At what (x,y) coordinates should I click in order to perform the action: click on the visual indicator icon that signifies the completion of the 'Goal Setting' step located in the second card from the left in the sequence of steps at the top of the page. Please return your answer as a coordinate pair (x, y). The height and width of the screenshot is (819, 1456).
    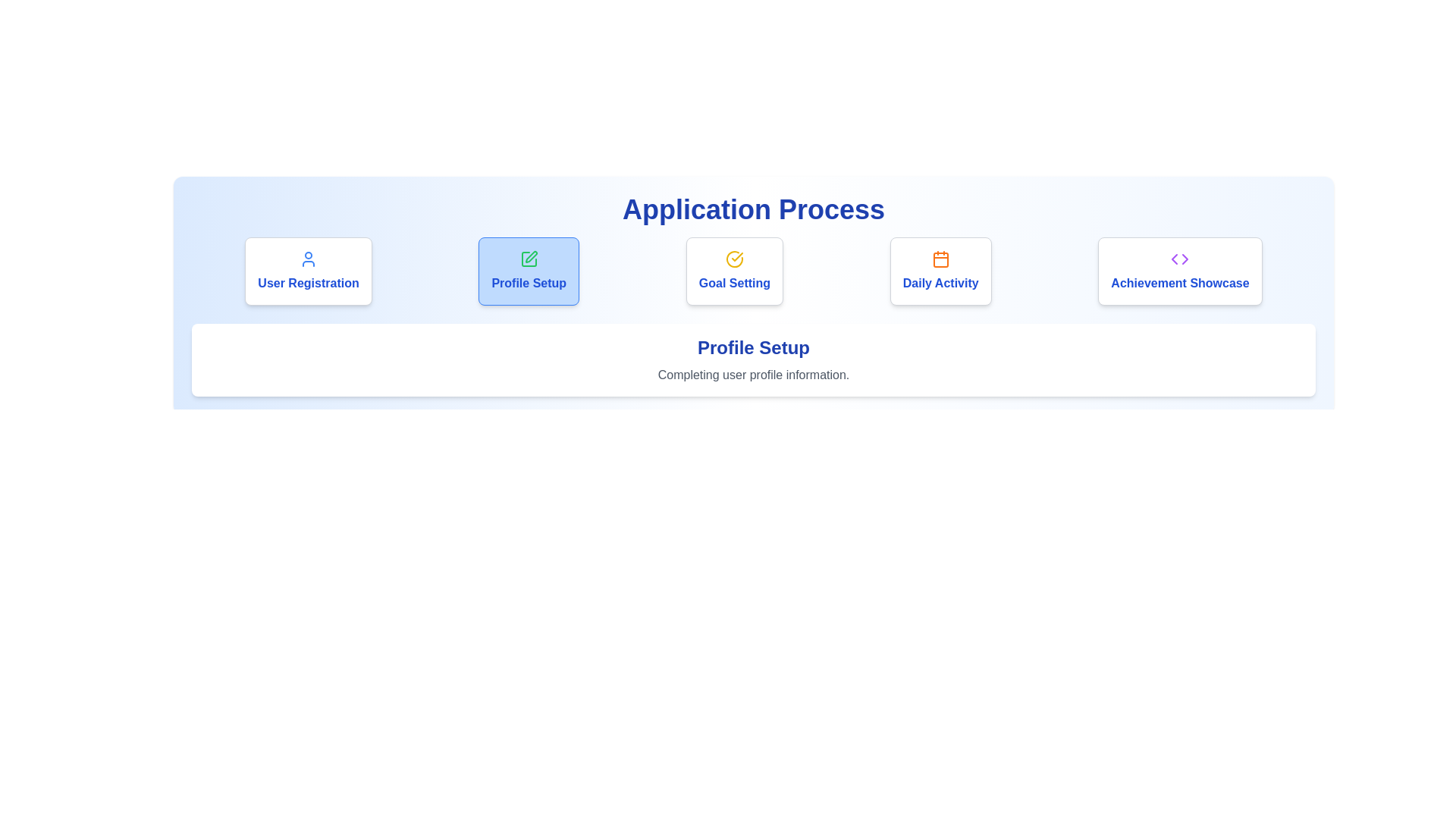
    Looking at the image, I should click on (734, 259).